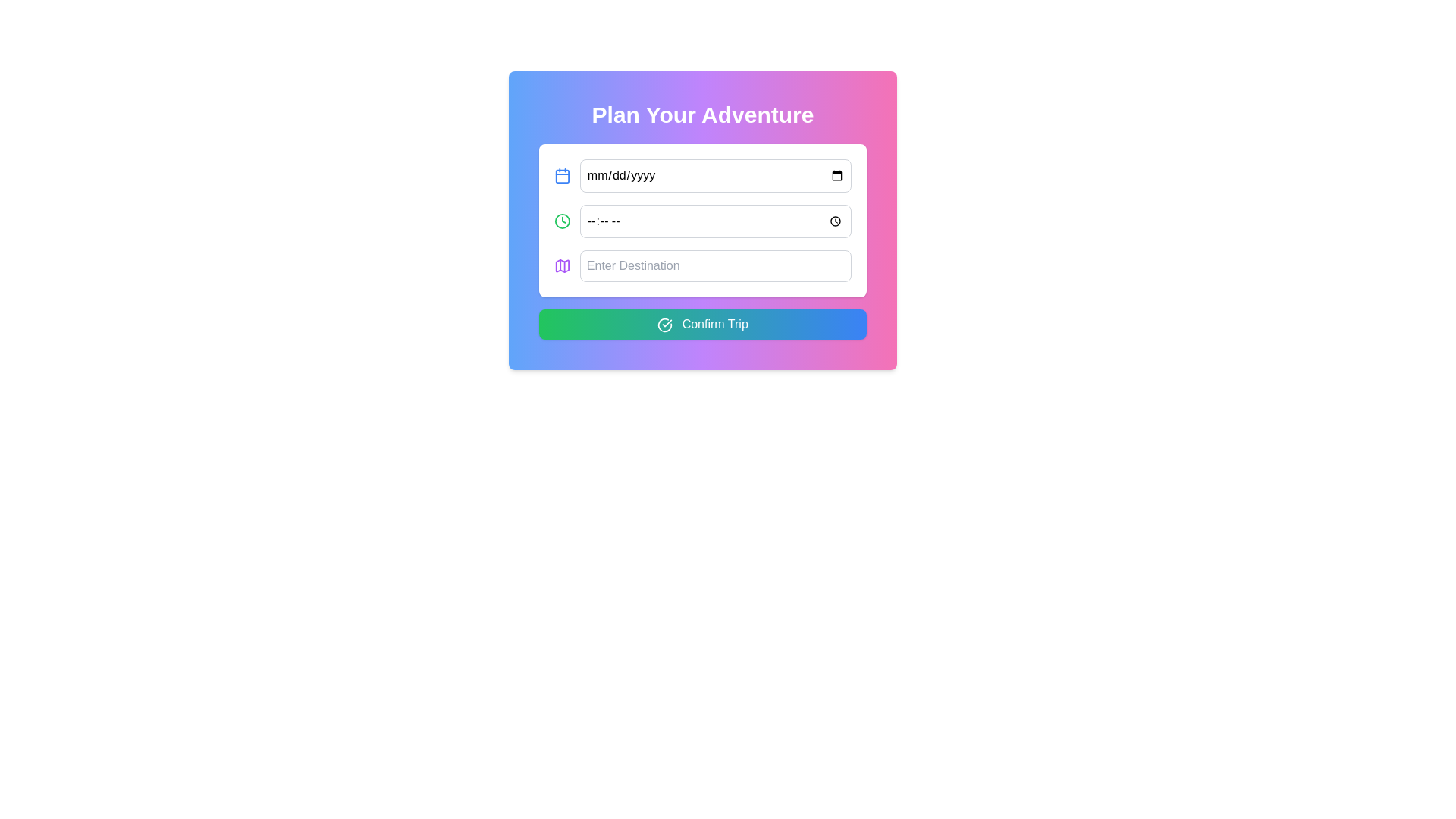  What do you see at coordinates (561, 265) in the screenshot?
I see `the purple map icon, which is the first item in a horizontal group of elements, located to the left of the text input labeled 'Enter Destination'` at bounding box center [561, 265].